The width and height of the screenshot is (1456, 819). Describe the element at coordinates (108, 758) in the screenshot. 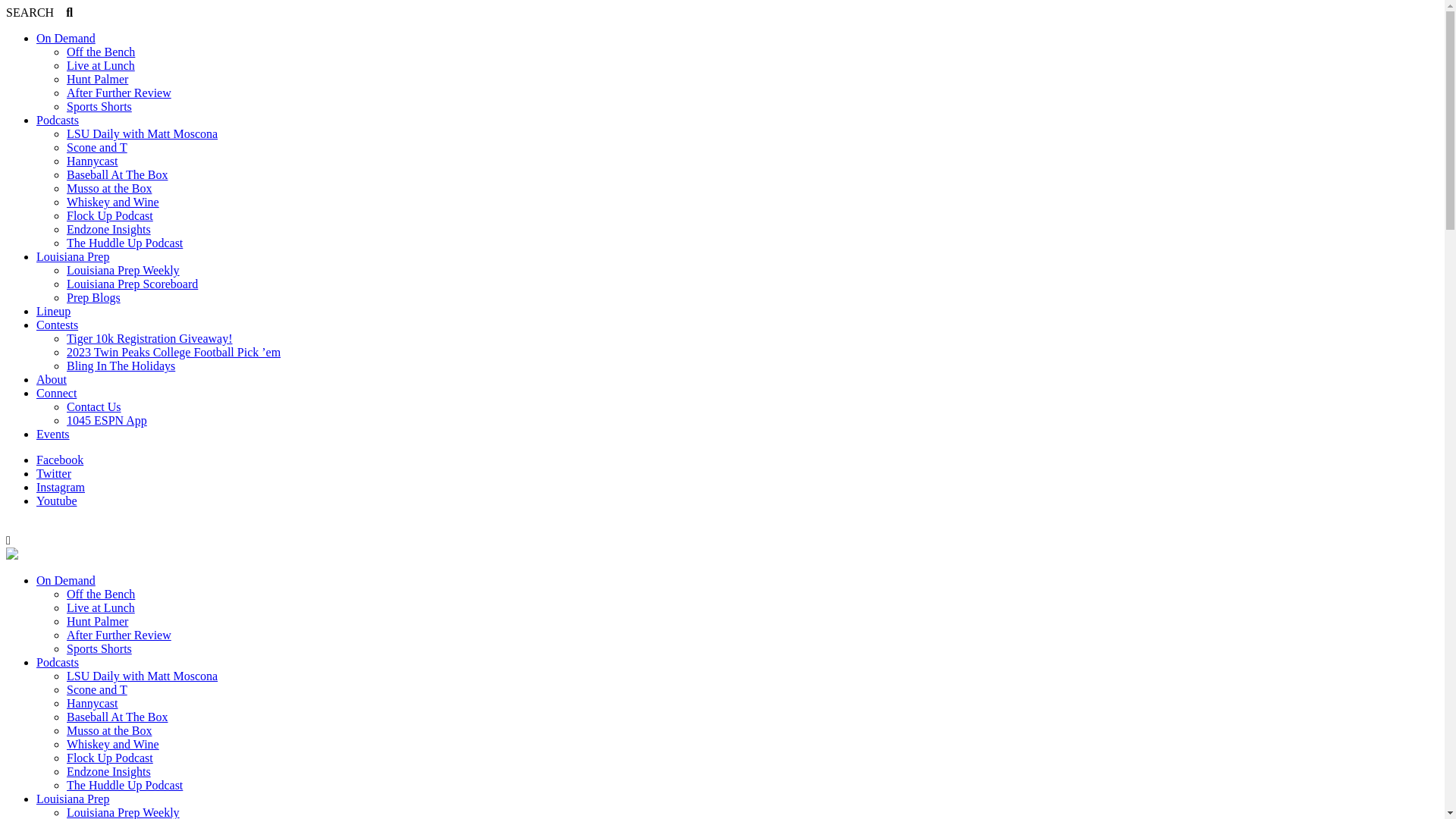

I see `'Flock Up Podcast'` at that location.